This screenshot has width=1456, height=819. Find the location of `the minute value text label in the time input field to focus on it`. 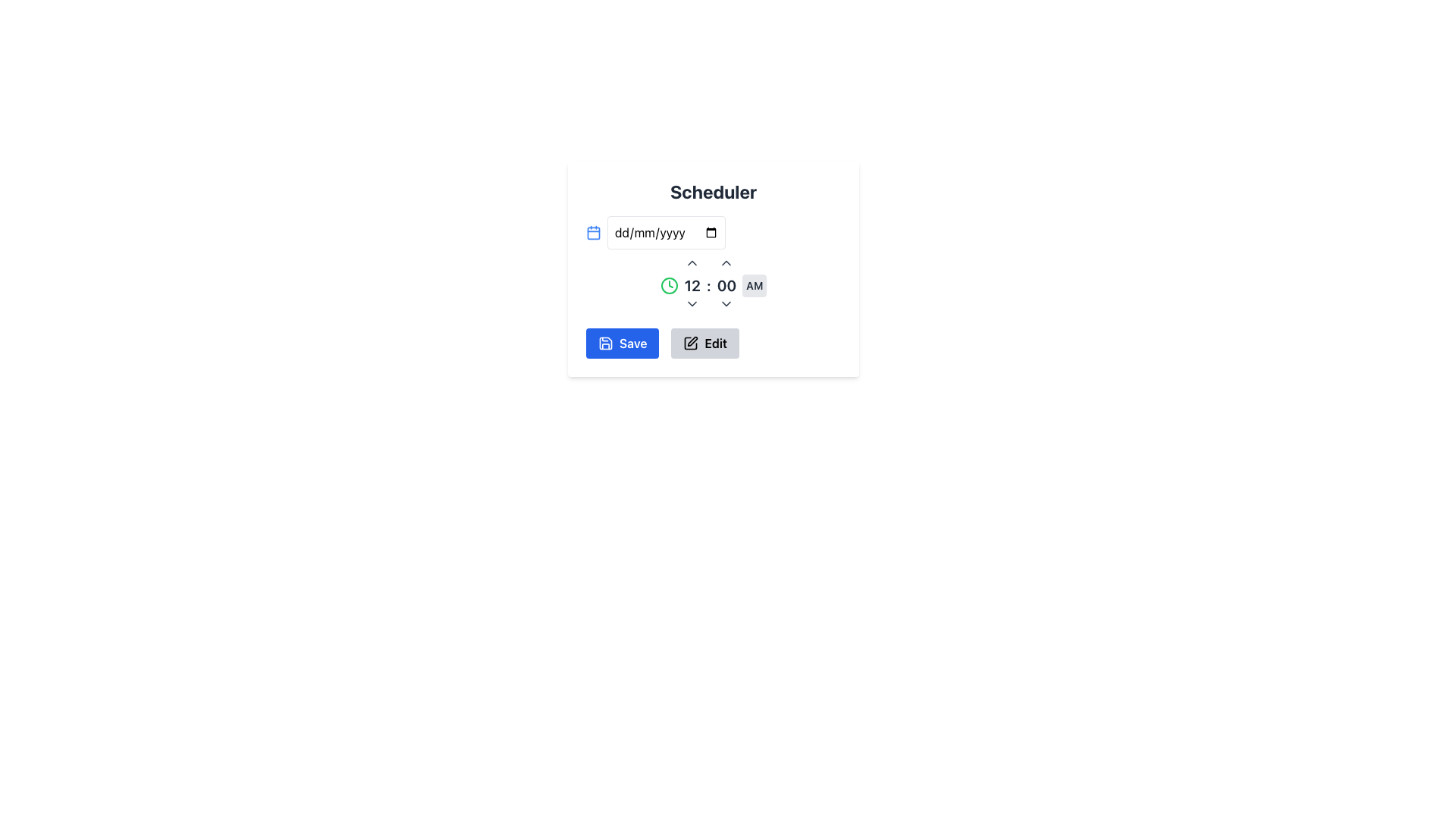

the minute value text label in the time input field to focus on it is located at coordinates (726, 286).